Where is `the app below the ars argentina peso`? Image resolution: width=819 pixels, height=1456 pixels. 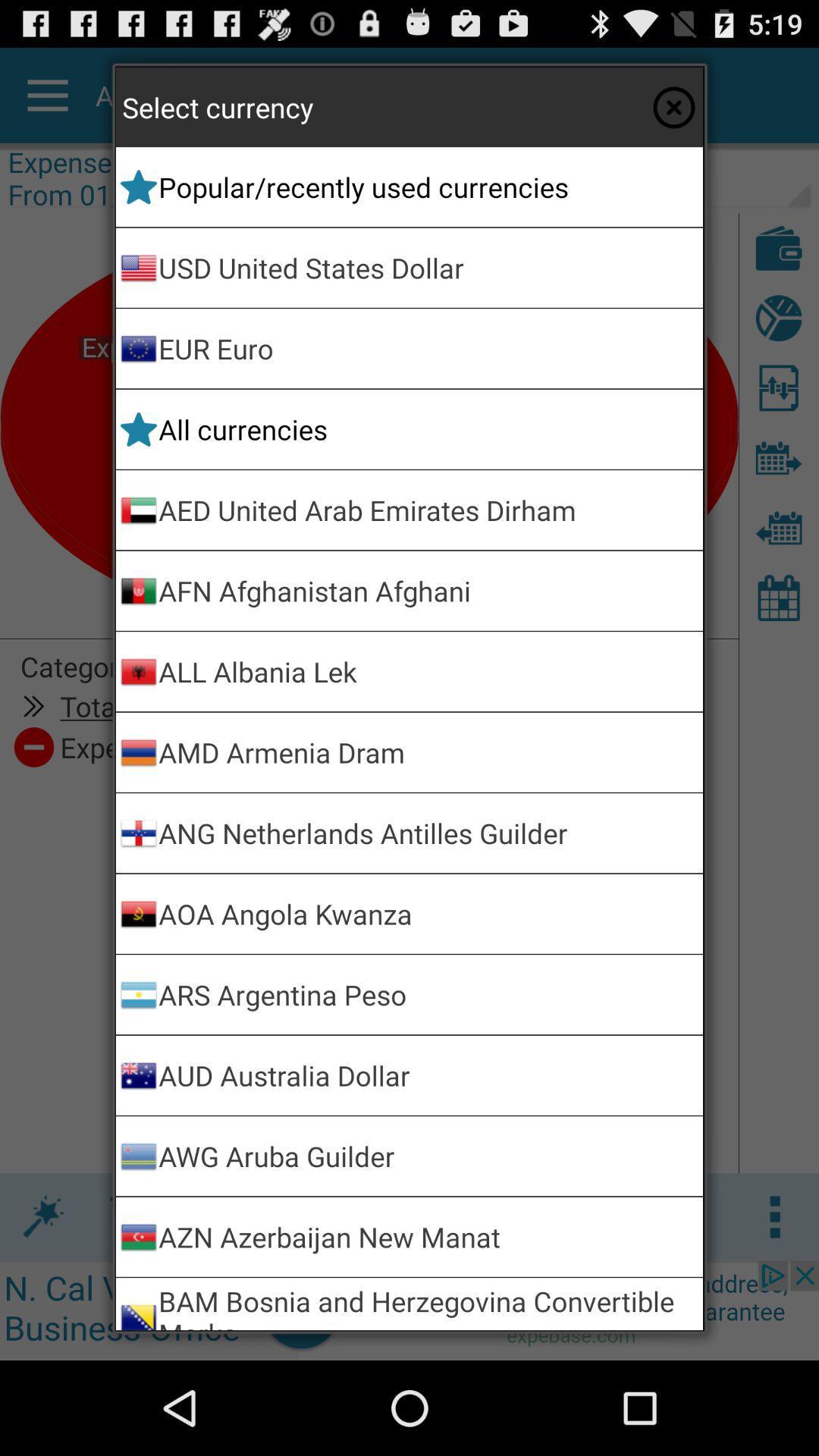
the app below the ars argentina peso is located at coordinates (428, 1075).